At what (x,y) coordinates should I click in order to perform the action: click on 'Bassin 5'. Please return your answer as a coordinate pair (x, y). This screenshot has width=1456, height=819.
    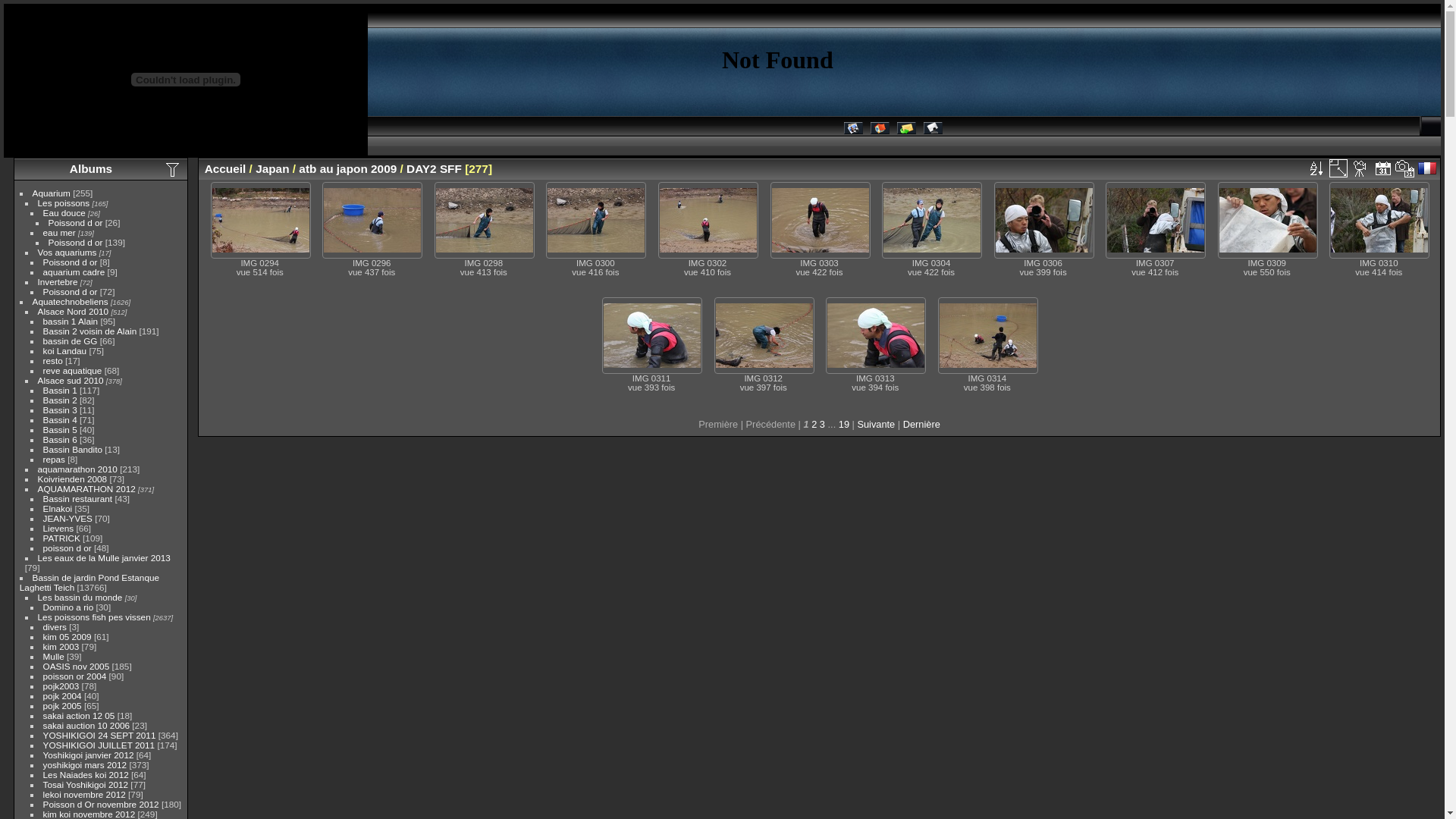
    Looking at the image, I should click on (43, 429).